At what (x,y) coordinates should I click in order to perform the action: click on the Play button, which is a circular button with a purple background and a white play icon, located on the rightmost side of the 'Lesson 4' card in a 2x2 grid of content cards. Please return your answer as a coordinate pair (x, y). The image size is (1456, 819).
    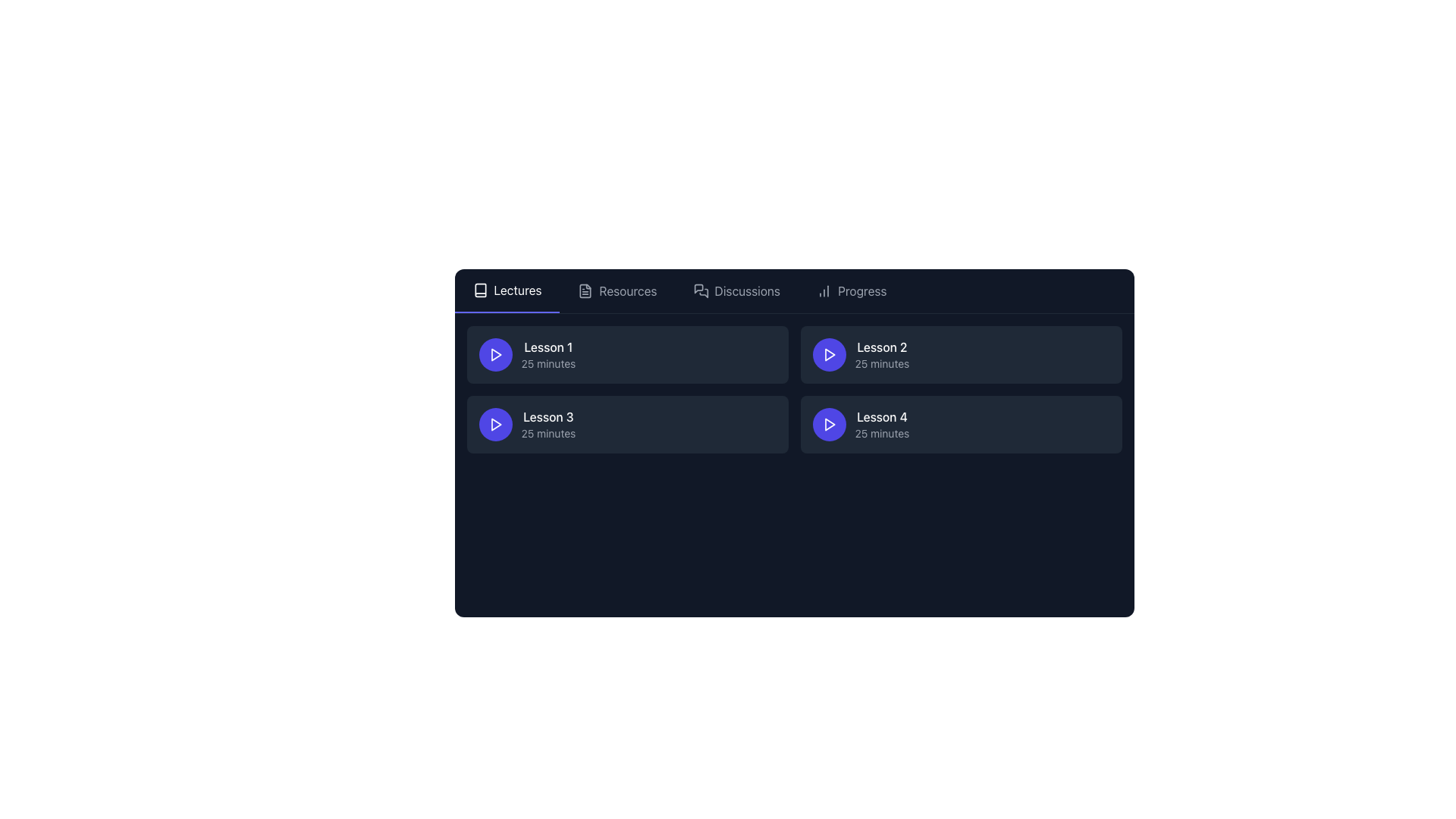
    Looking at the image, I should click on (828, 424).